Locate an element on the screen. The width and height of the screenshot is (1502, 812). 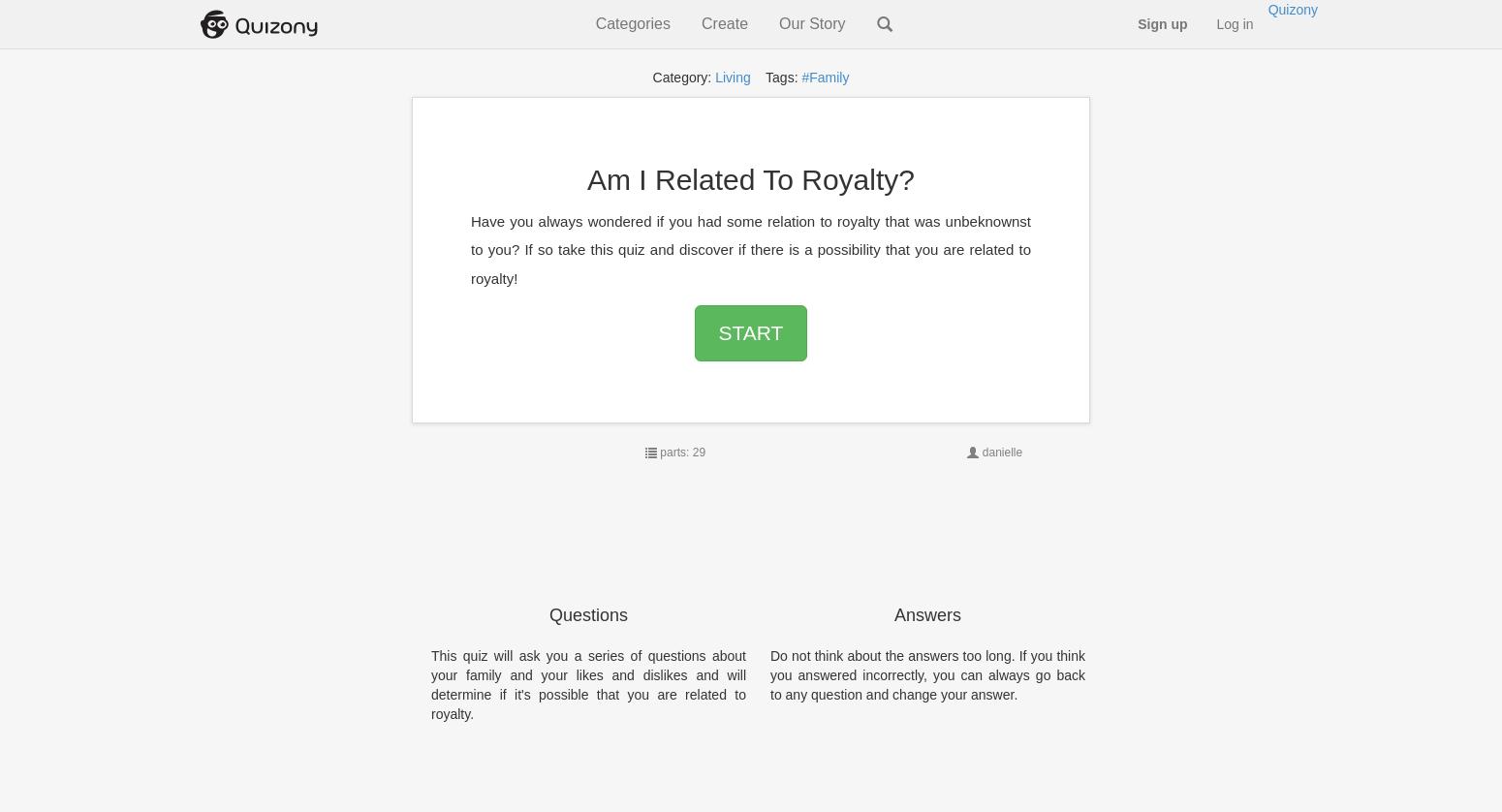
'Living' is located at coordinates (732, 78).